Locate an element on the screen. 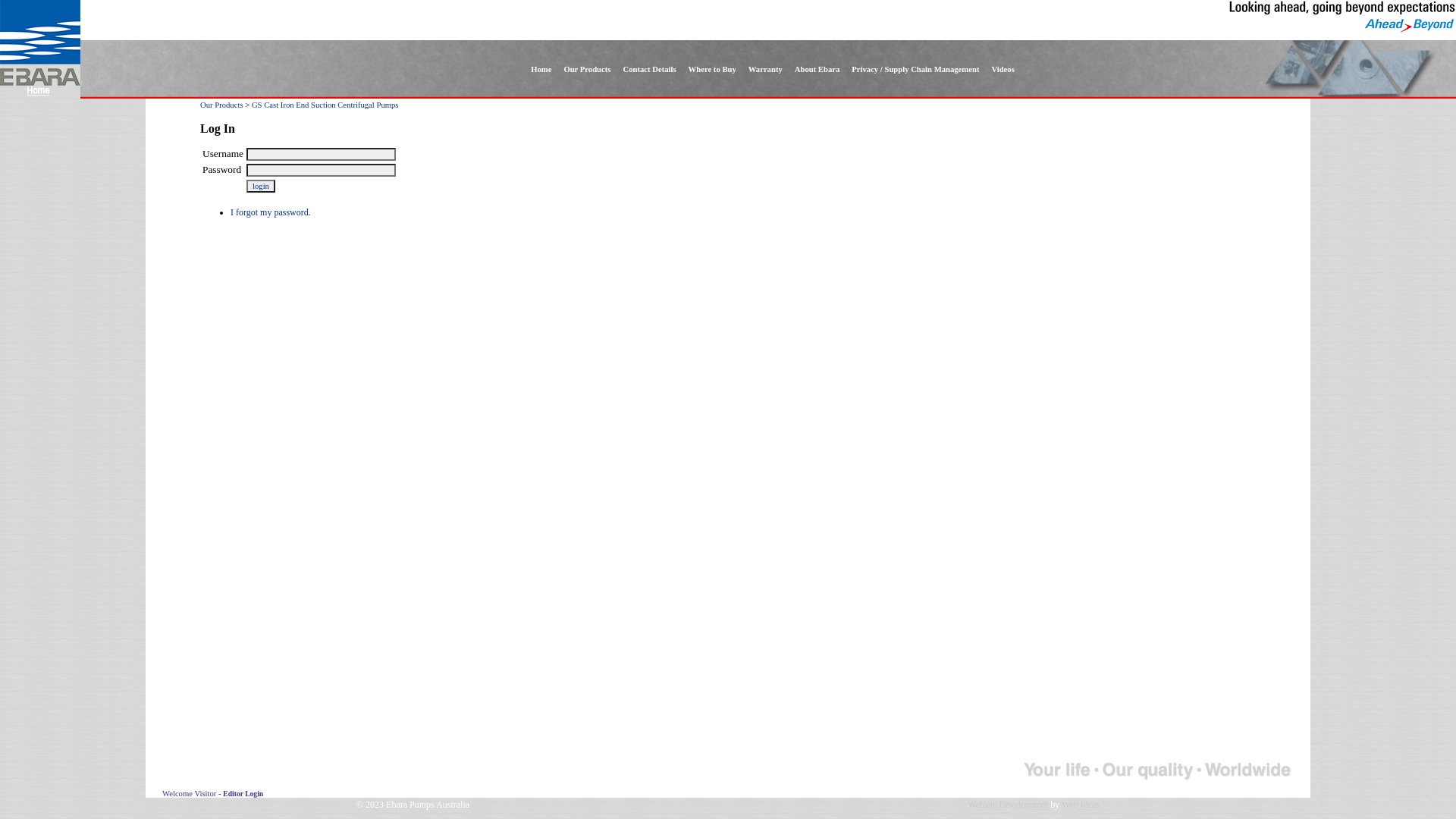 This screenshot has height=819, width=1456. 'I forgot my password.' is located at coordinates (270, 212).